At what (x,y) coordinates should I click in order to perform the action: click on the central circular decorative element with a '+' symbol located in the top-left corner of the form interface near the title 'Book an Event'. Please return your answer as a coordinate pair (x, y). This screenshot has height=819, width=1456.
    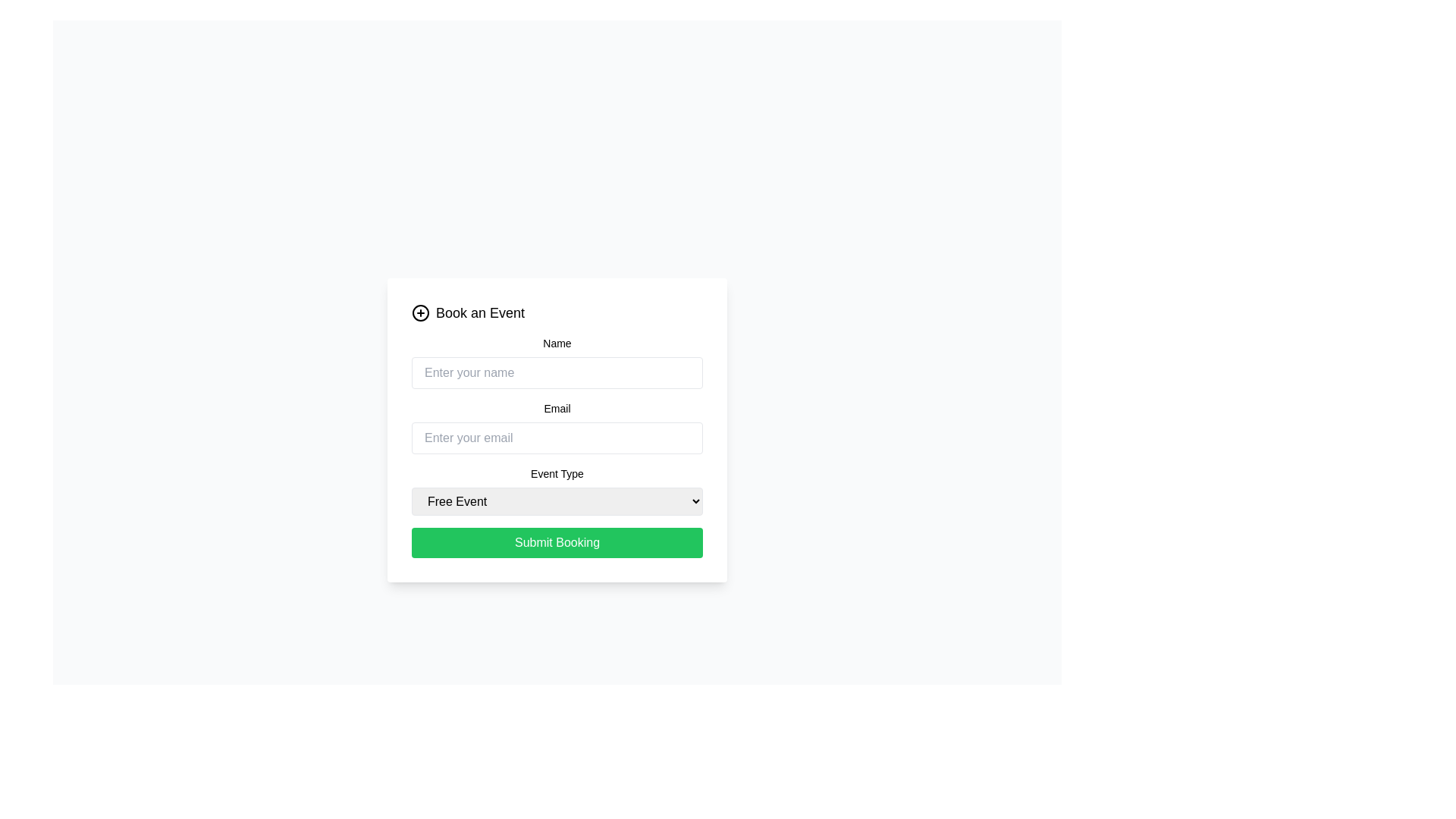
    Looking at the image, I should click on (421, 312).